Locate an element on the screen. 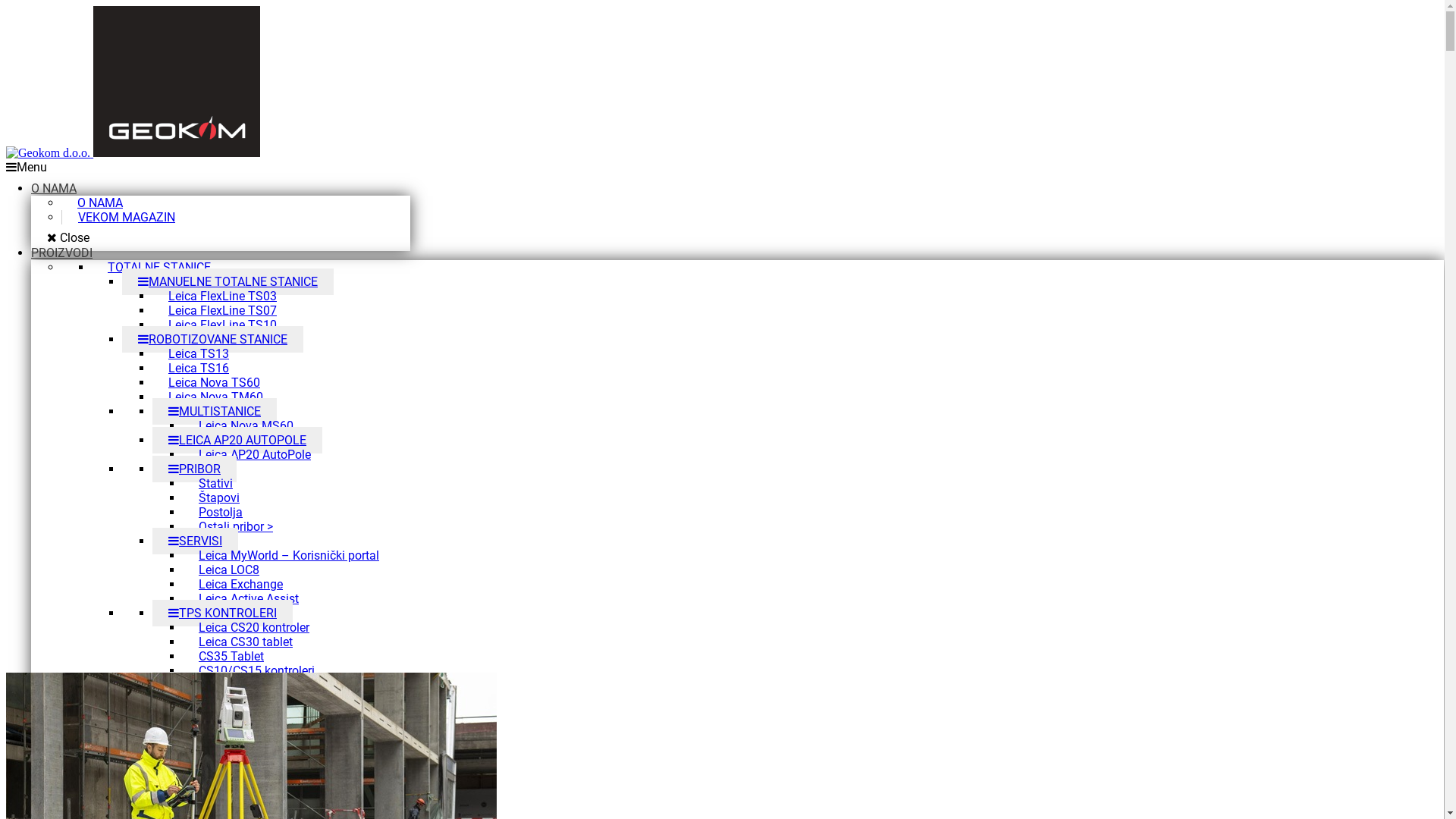  'TPS KONTROLERI' is located at coordinates (221, 612).